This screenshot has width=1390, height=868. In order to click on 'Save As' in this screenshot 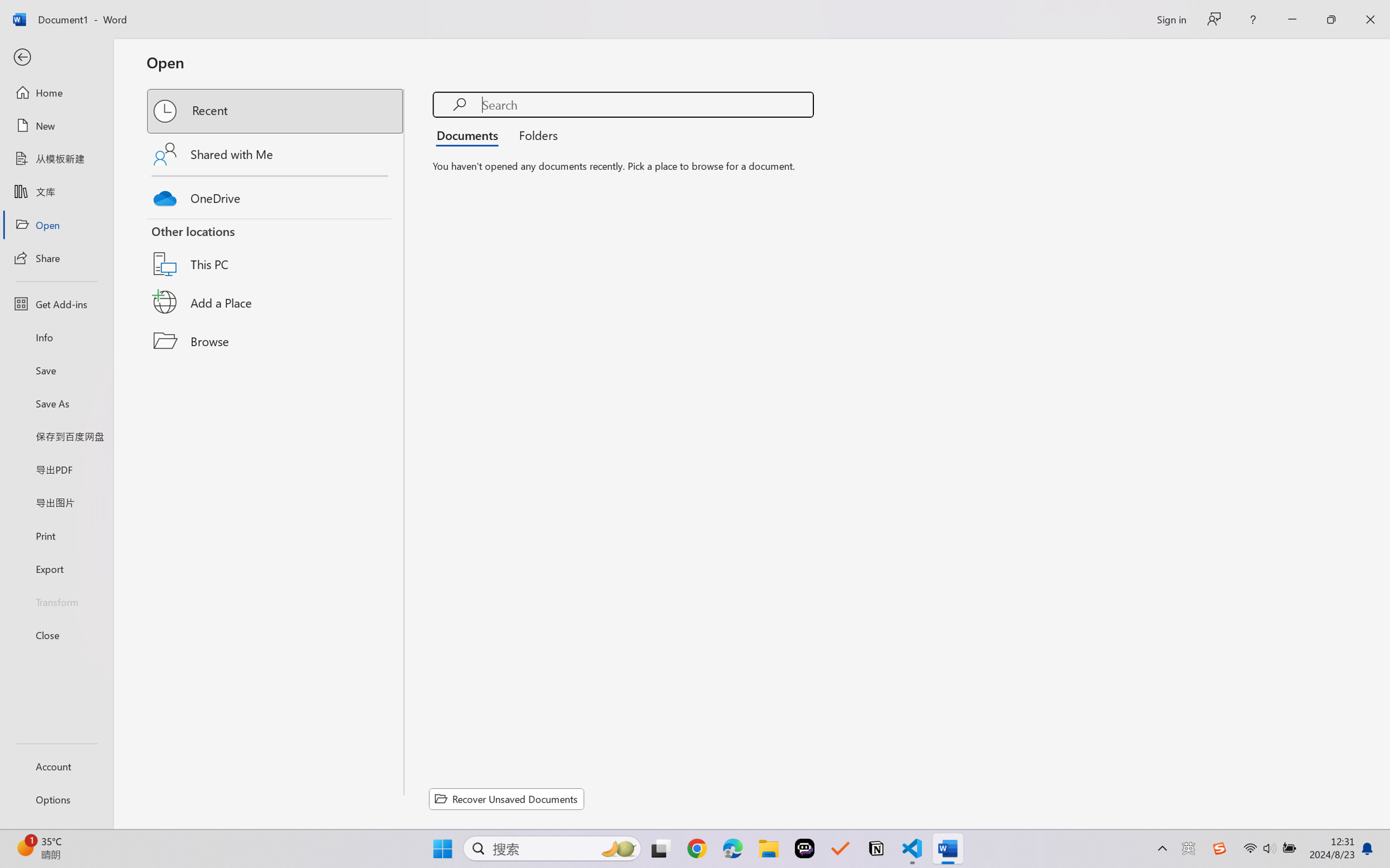, I will do `click(56, 403)`.